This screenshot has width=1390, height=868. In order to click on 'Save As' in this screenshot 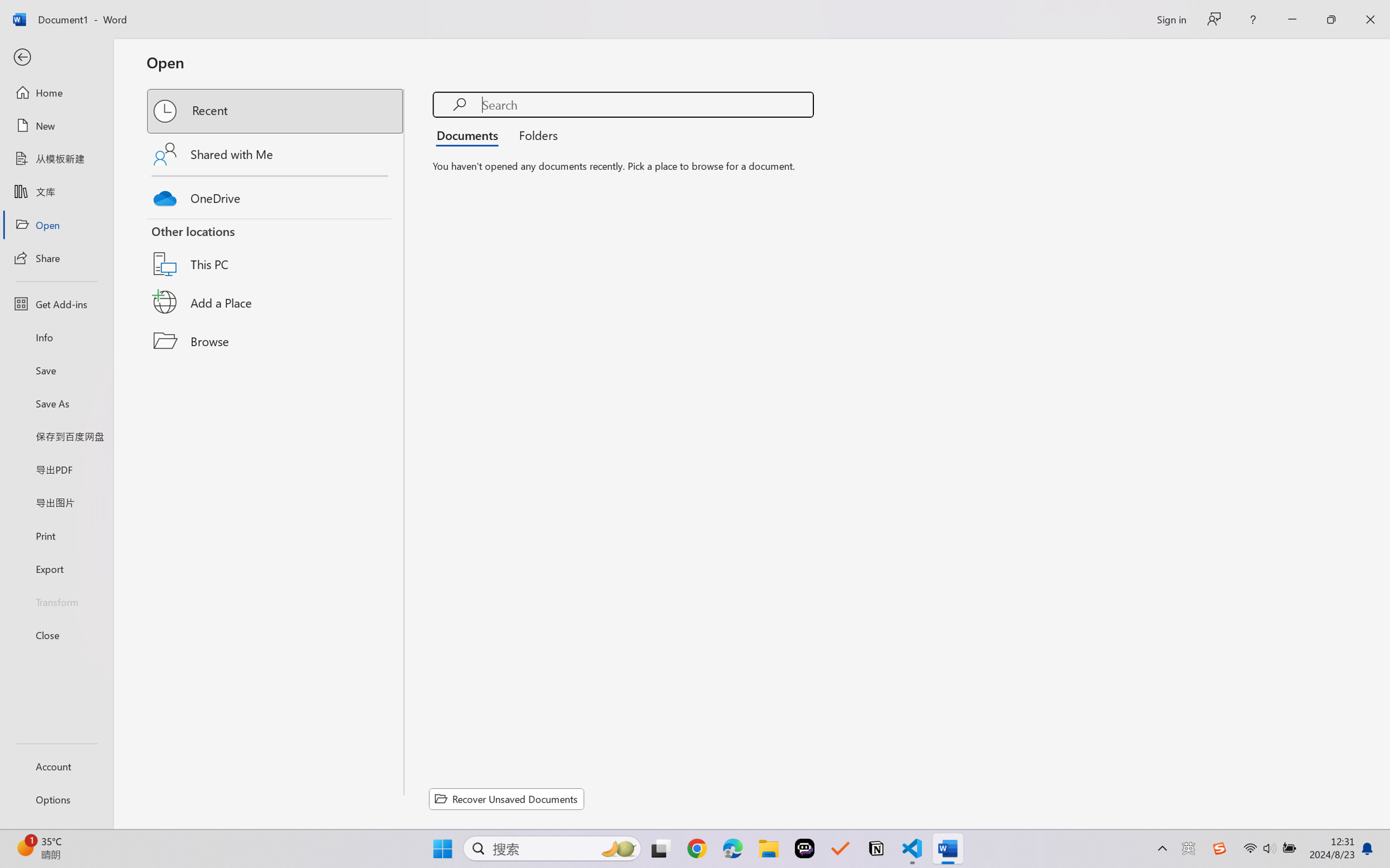, I will do `click(56, 403)`.